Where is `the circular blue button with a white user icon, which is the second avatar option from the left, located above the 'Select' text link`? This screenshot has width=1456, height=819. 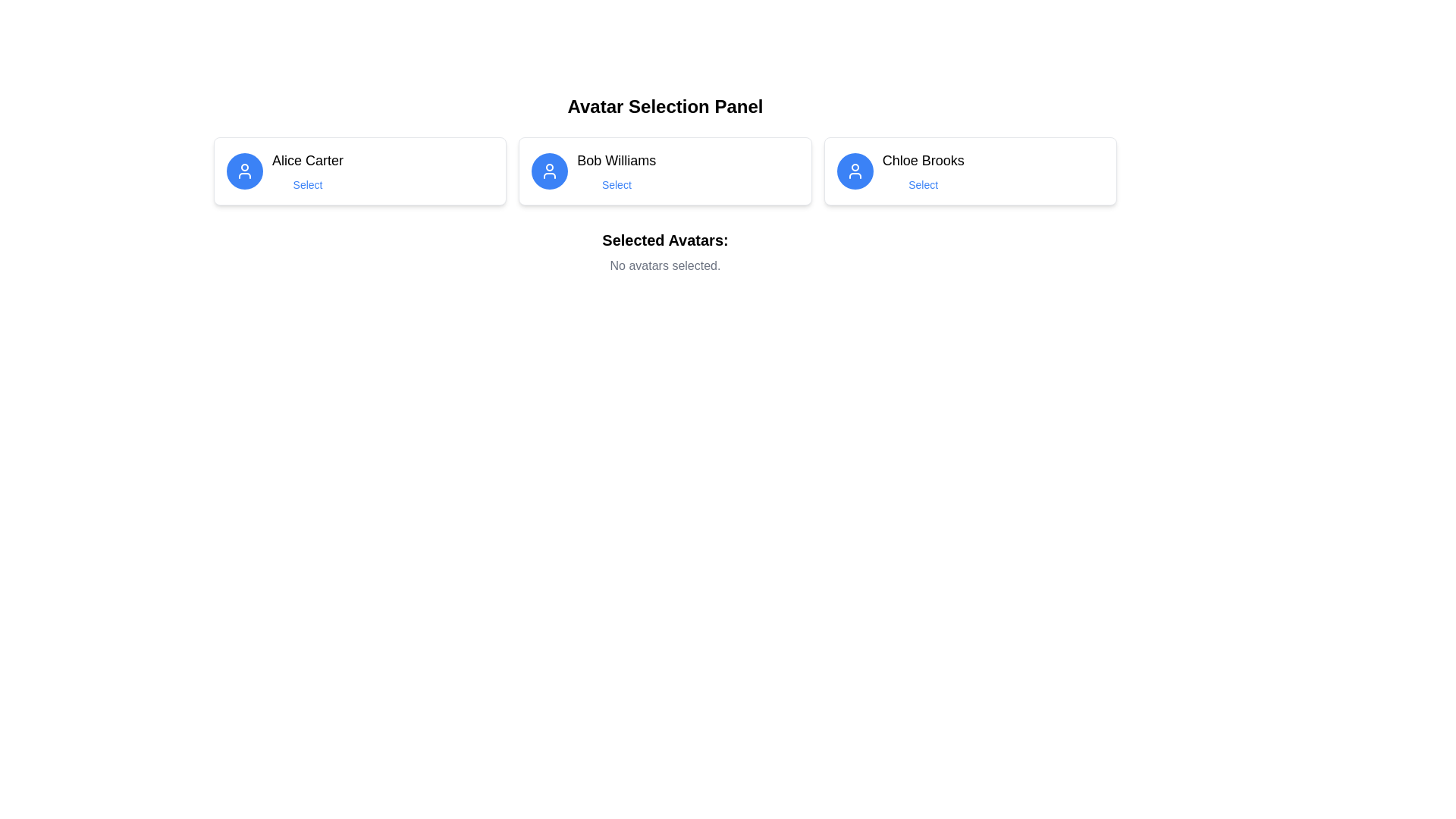
the circular blue button with a white user icon, which is the second avatar option from the left, located above the 'Select' text link is located at coordinates (549, 171).